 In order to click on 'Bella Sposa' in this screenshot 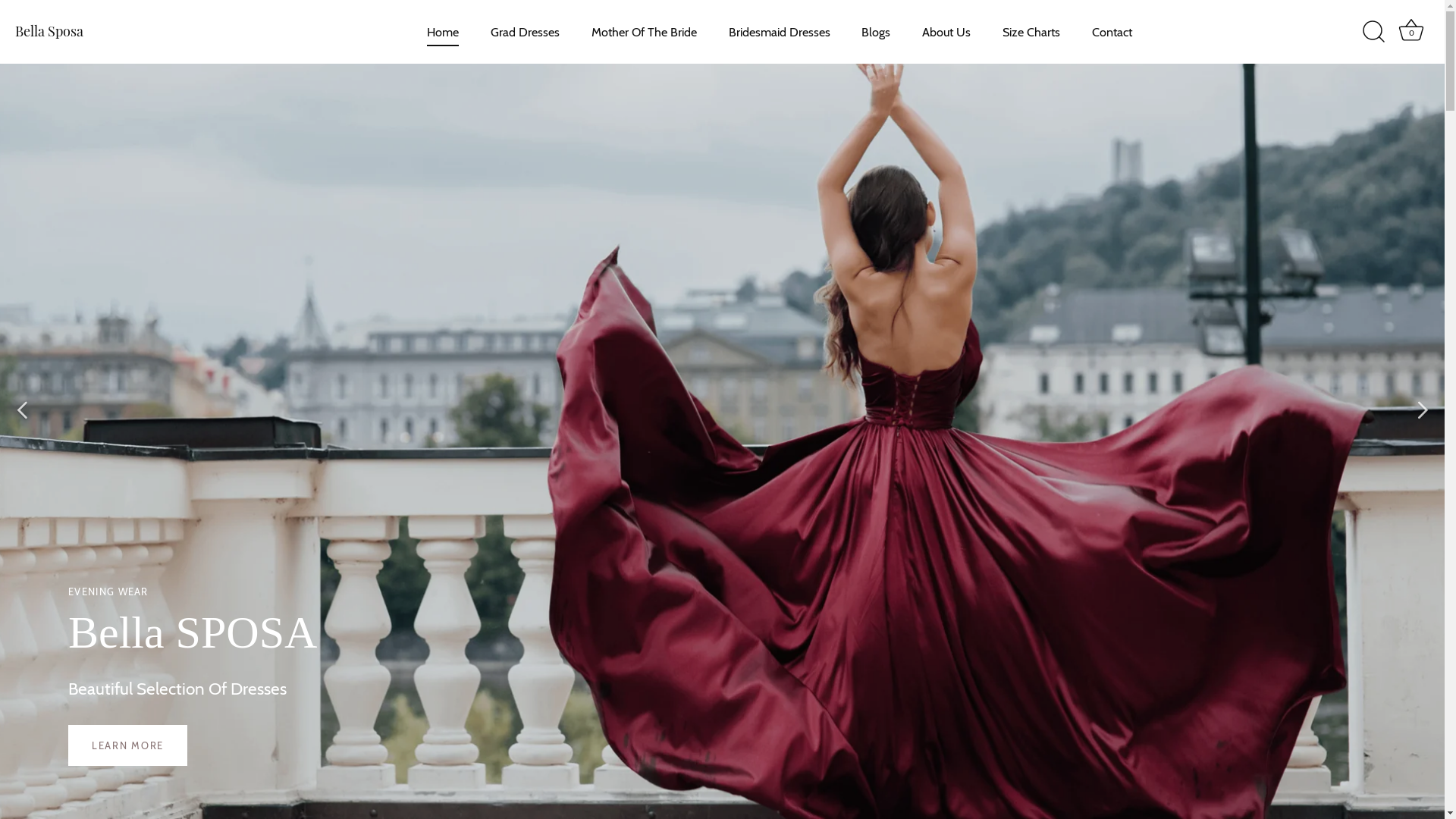, I will do `click(14, 31)`.